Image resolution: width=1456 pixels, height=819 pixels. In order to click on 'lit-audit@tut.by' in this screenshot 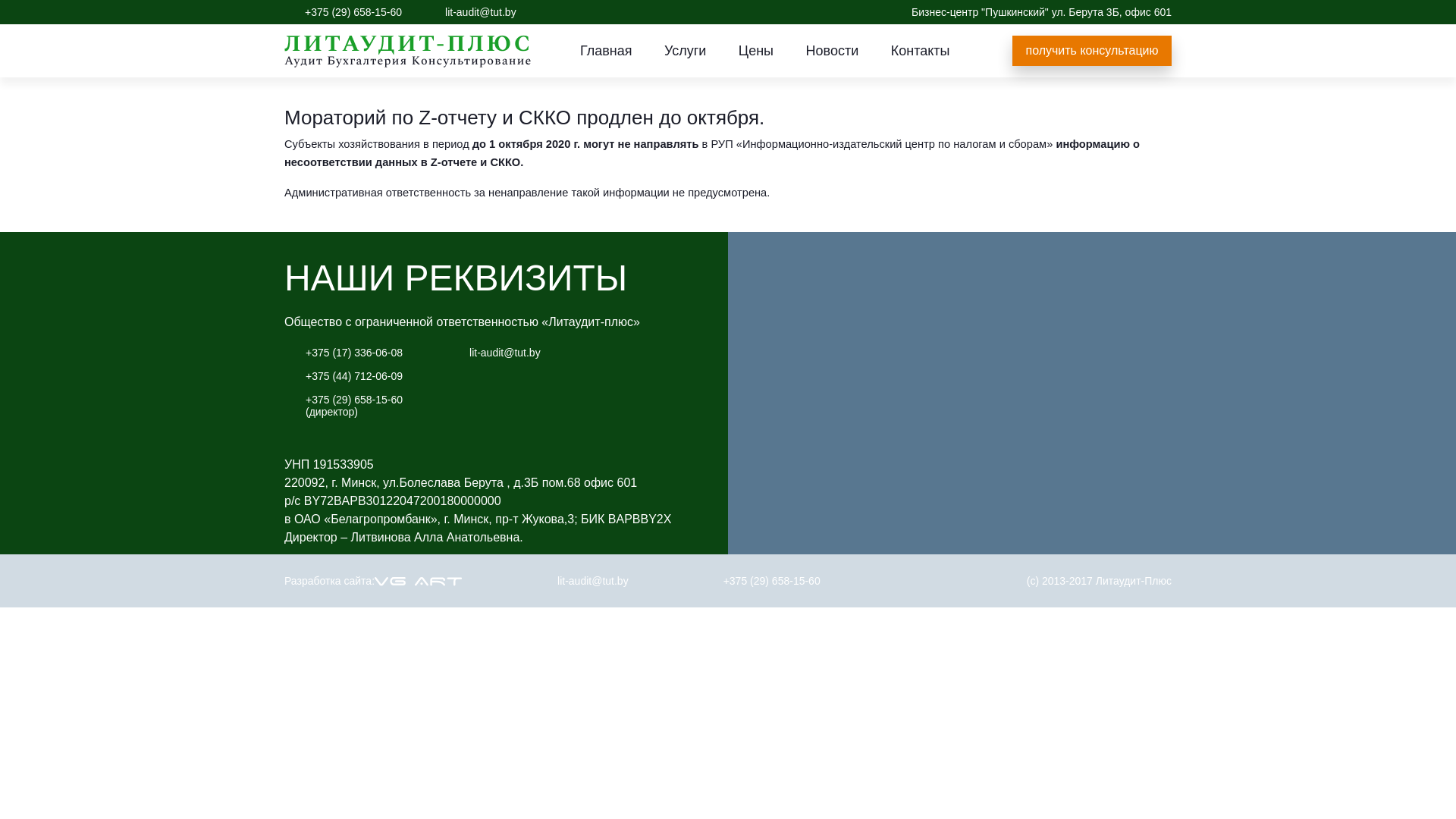, I will do `click(592, 580)`.